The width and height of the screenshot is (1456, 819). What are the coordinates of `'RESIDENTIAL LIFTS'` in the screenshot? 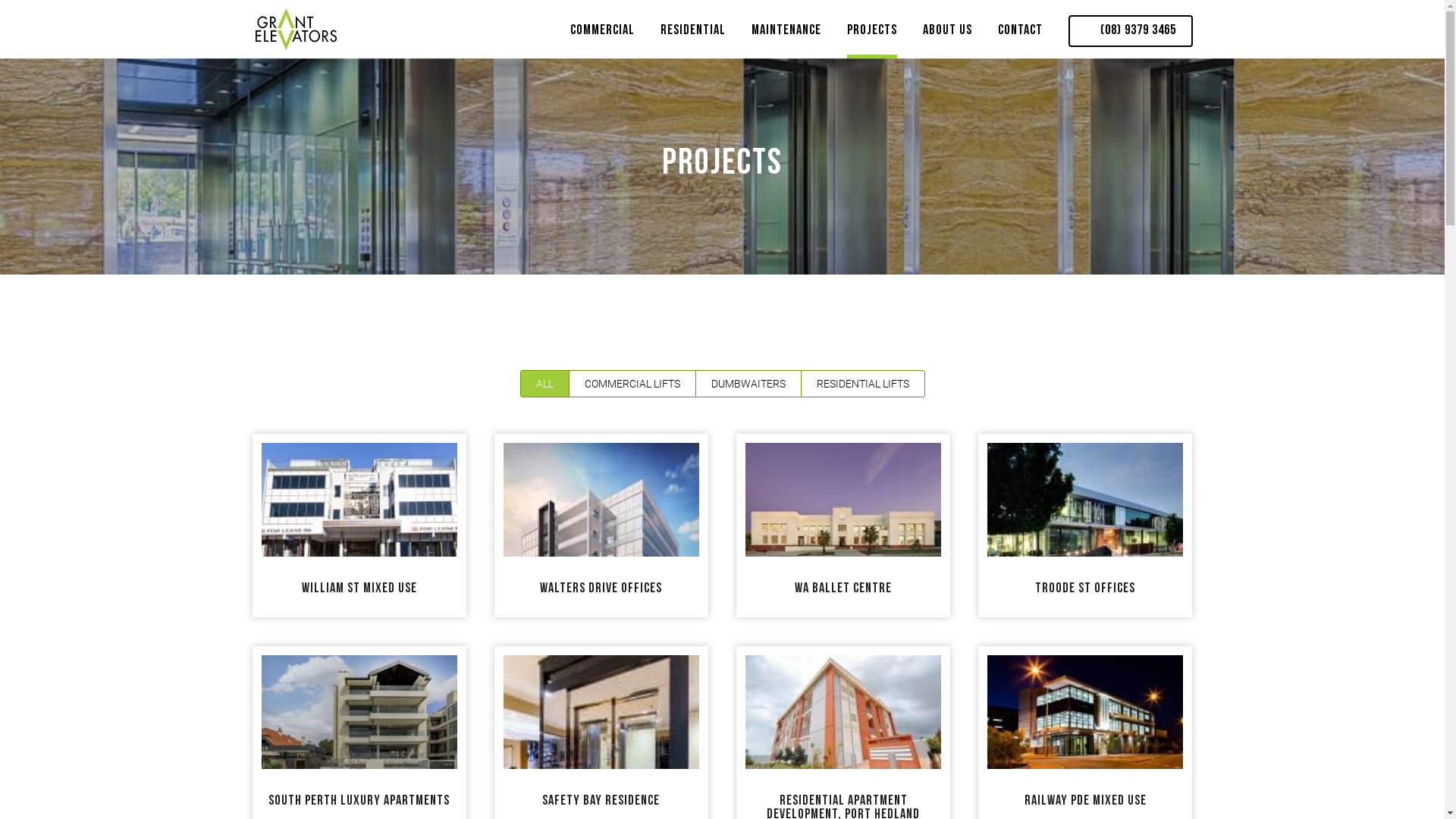 It's located at (800, 382).